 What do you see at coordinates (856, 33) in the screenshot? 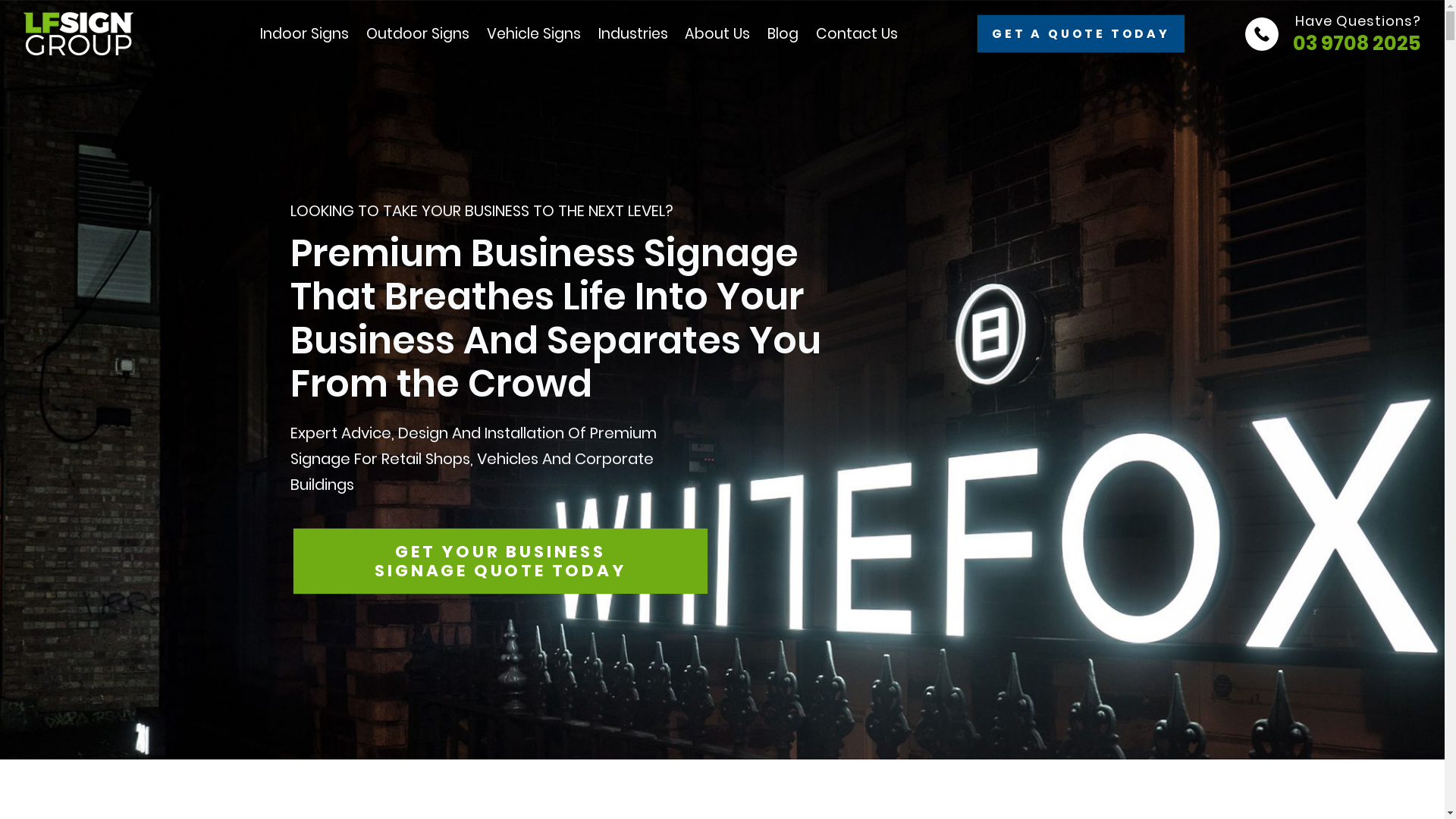
I see `'Contact Us'` at bounding box center [856, 33].